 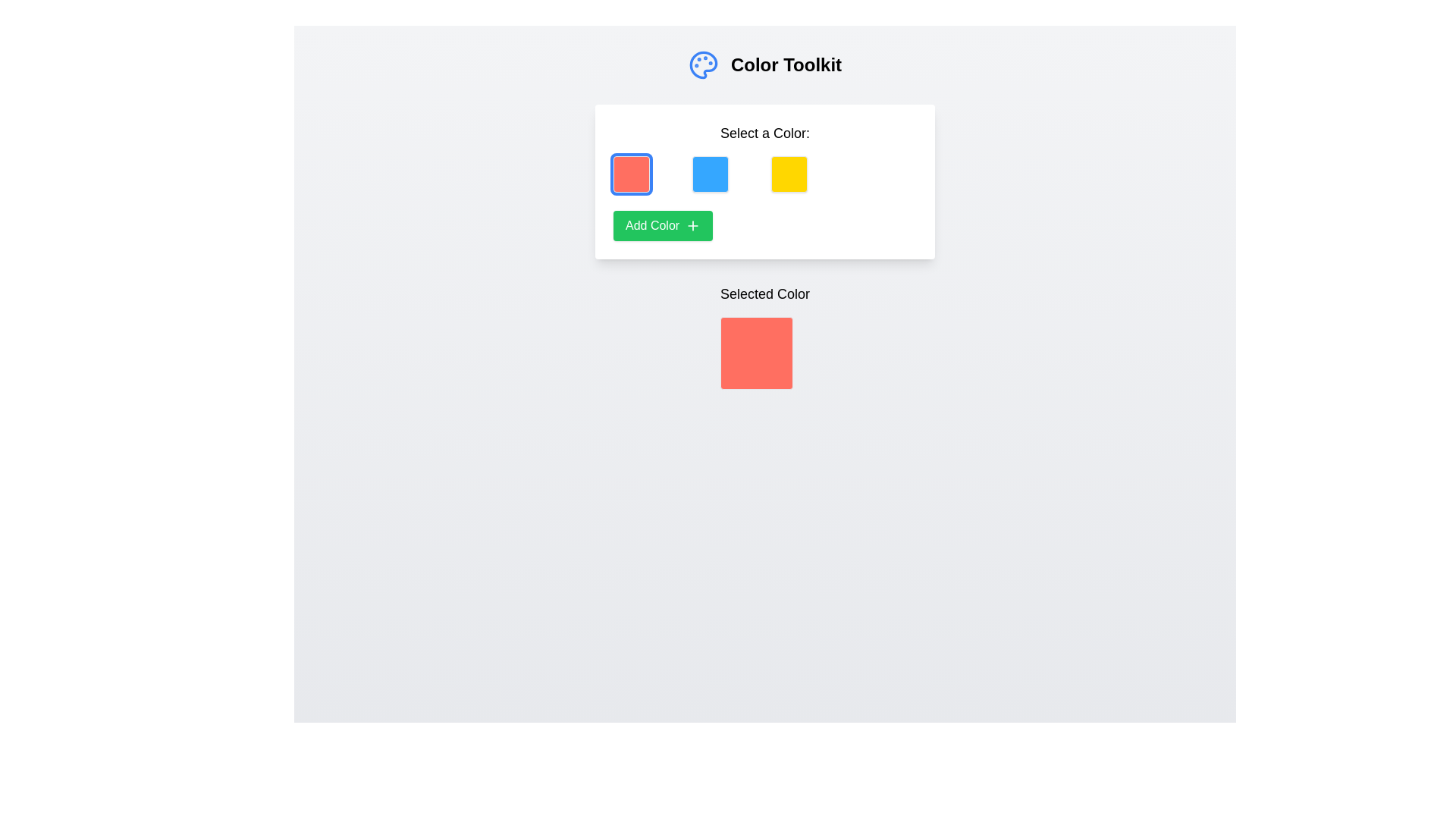 What do you see at coordinates (663, 225) in the screenshot?
I see `the 'Add Color' button located at the bottom of the 'Select a Color:' card` at bounding box center [663, 225].